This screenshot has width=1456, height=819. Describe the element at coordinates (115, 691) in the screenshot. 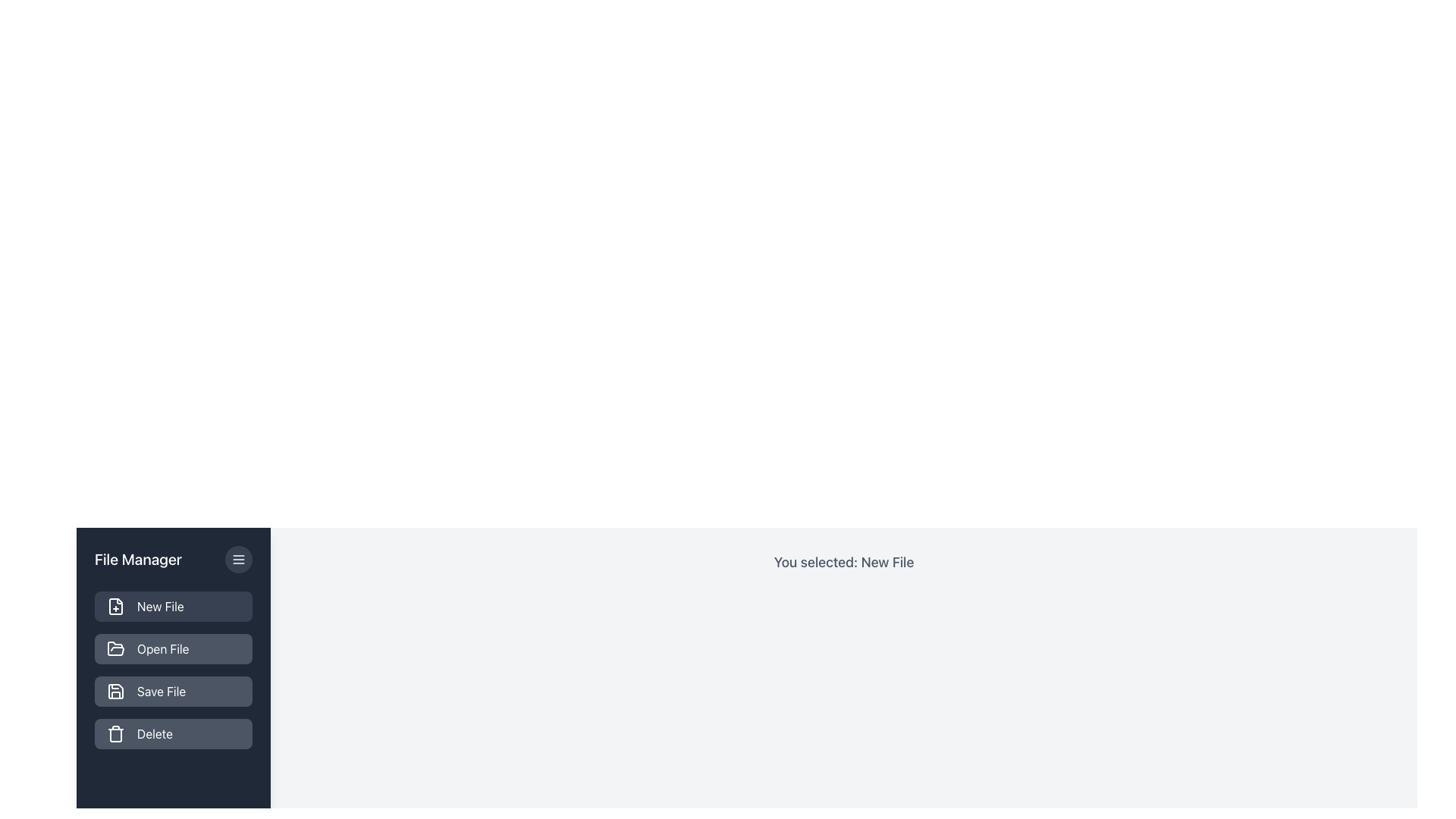

I see `the save icon located within the 'Save File' menu item in the 'File Manager' section of the left sidebar` at that location.